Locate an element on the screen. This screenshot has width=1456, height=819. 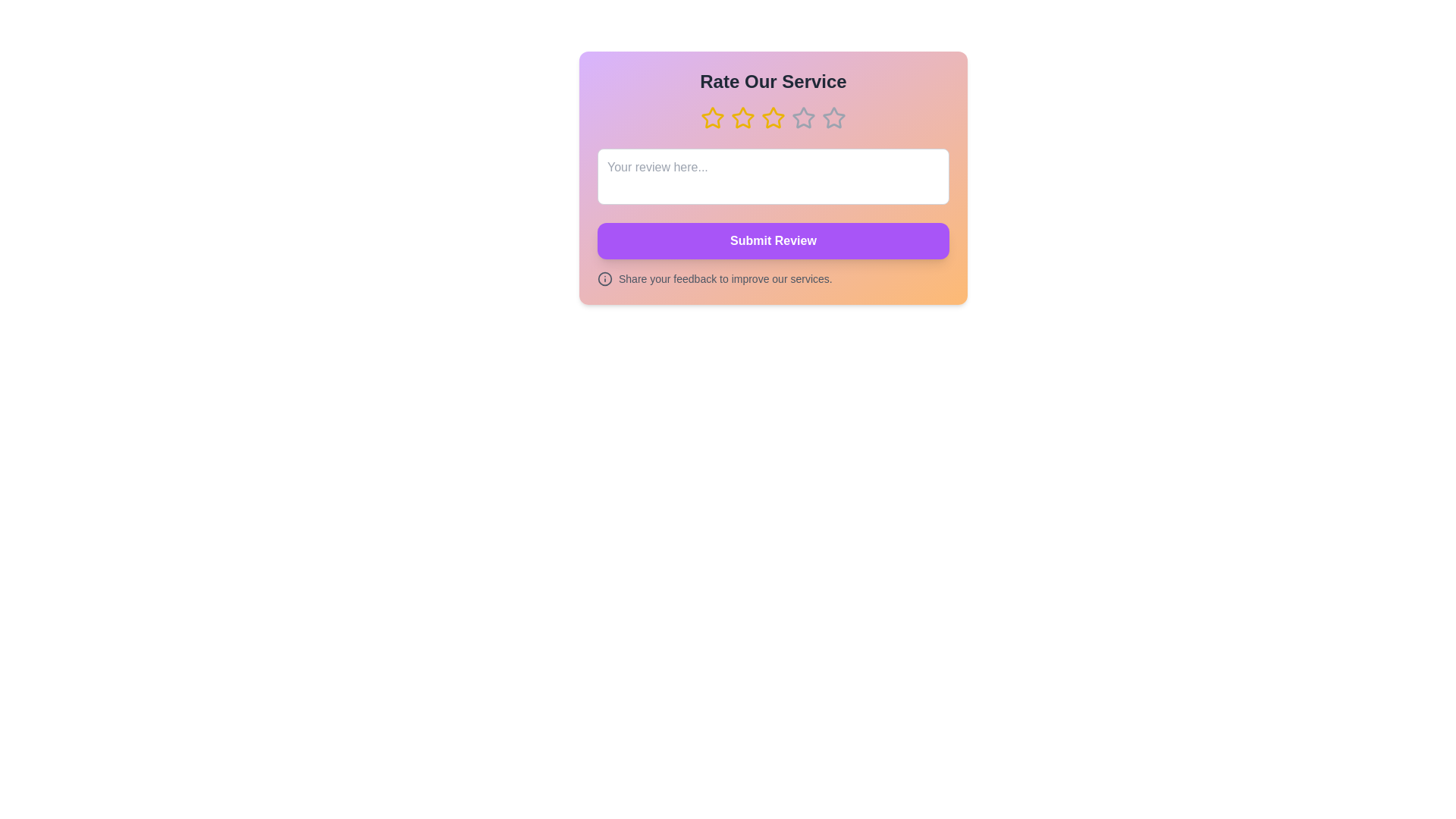
the second star icon in the rating system to rate it is located at coordinates (742, 117).